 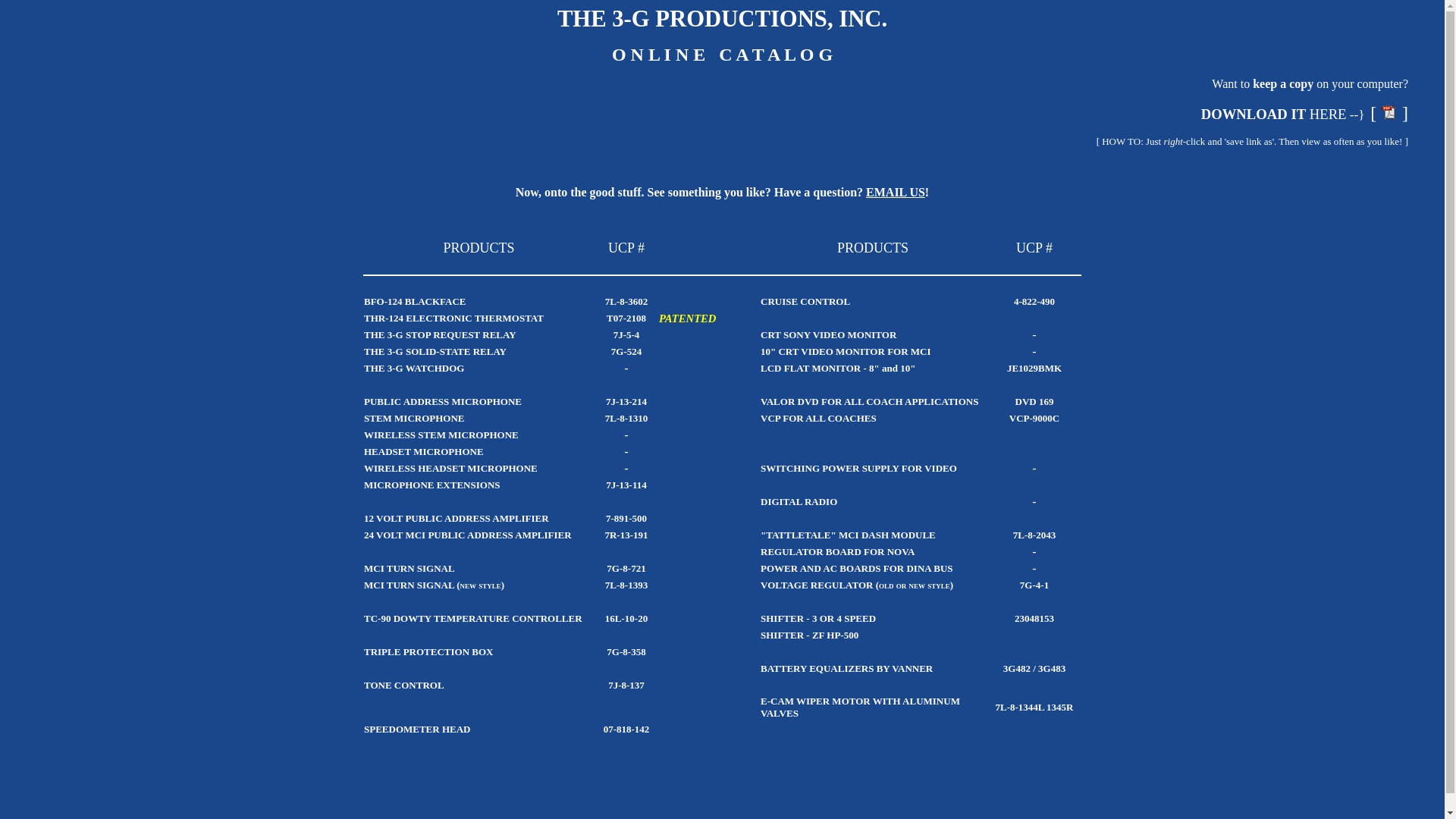 What do you see at coordinates (817, 618) in the screenshot?
I see `'SHIFTER - 3 OR 4 SPEED'` at bounding box center [817, 618].